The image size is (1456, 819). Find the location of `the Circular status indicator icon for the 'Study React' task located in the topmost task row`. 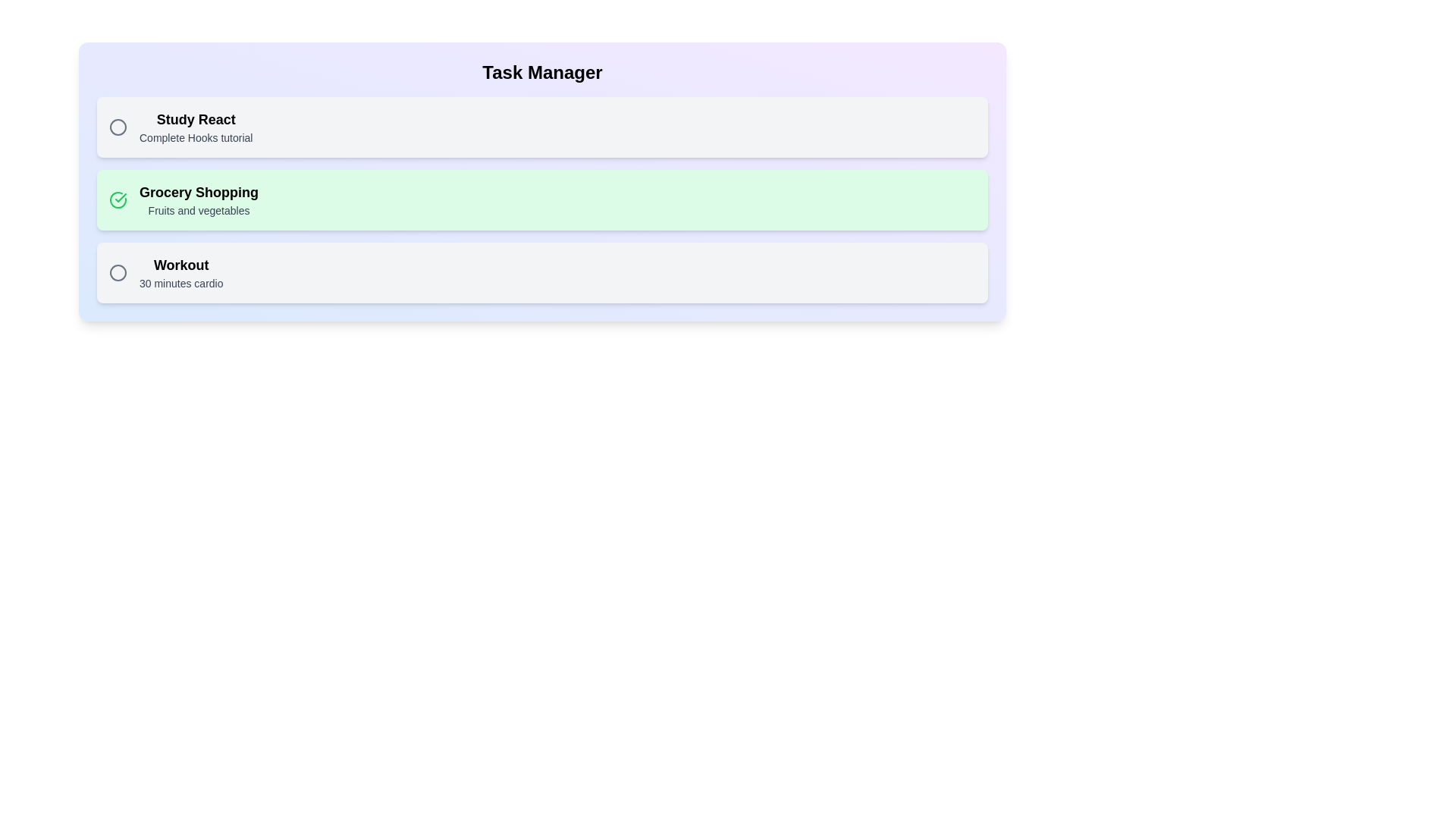

the Circular status indicator icon for the 'Study React' task located in the topmost task row is located at coordinates (118, 127).